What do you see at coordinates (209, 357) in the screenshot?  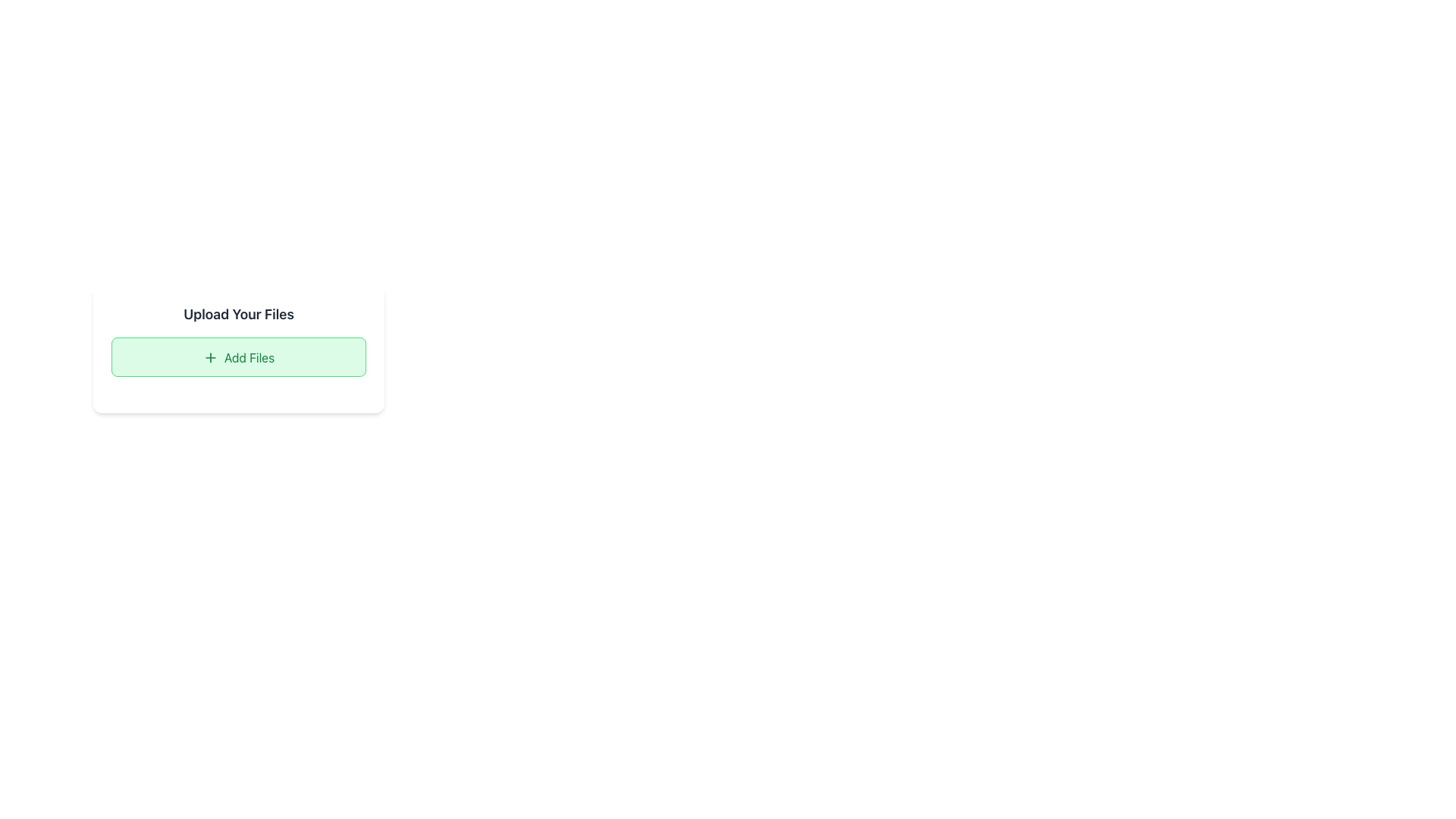 I see `the plus icon inside the 'Add Files' button` at bounding box center [209, 357].